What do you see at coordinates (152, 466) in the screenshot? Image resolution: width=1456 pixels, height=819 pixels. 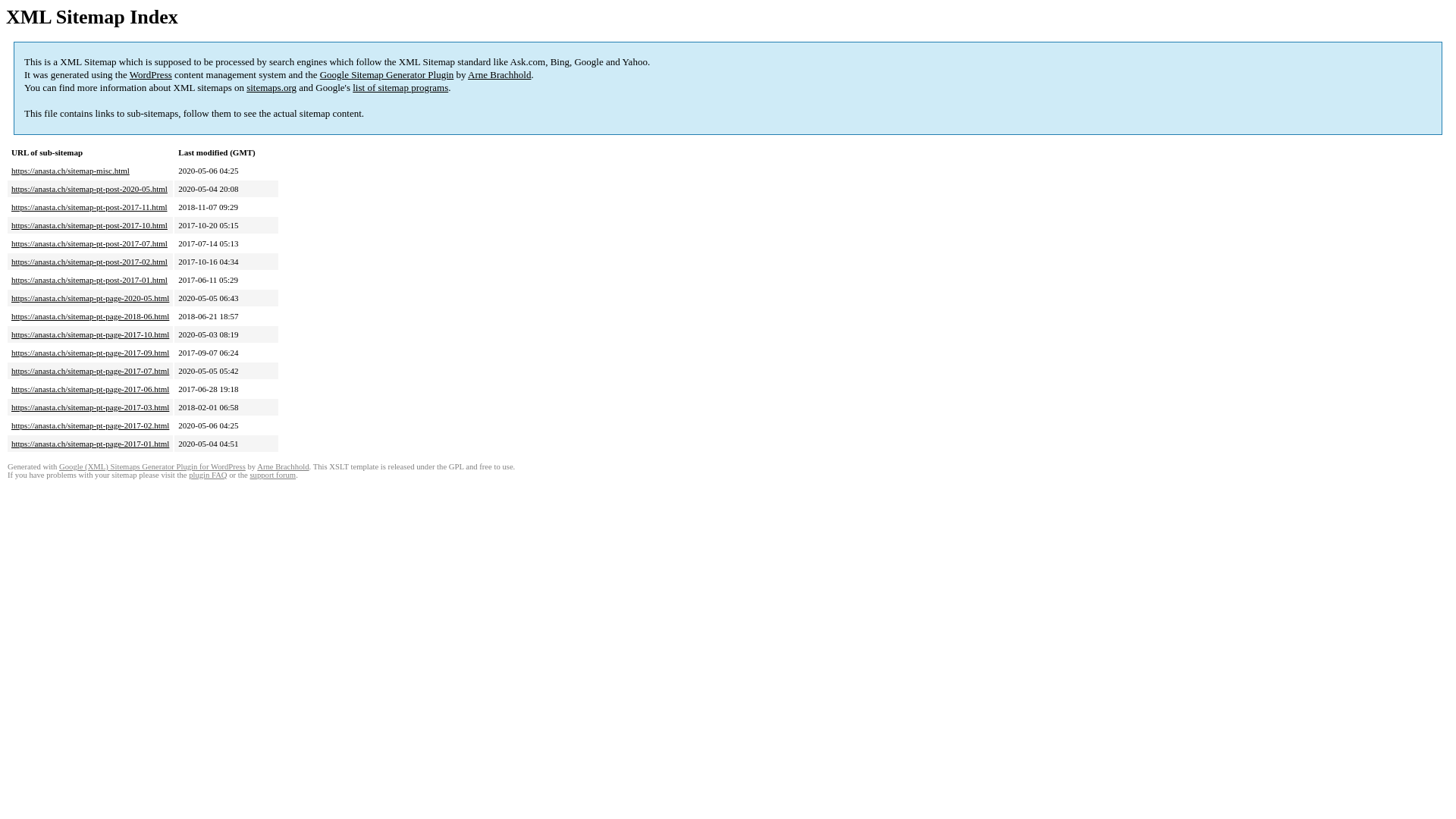 I see `'Google (XML) Sitemaps Generator Plugin for WordPress'` at bounding box center [152, 466].